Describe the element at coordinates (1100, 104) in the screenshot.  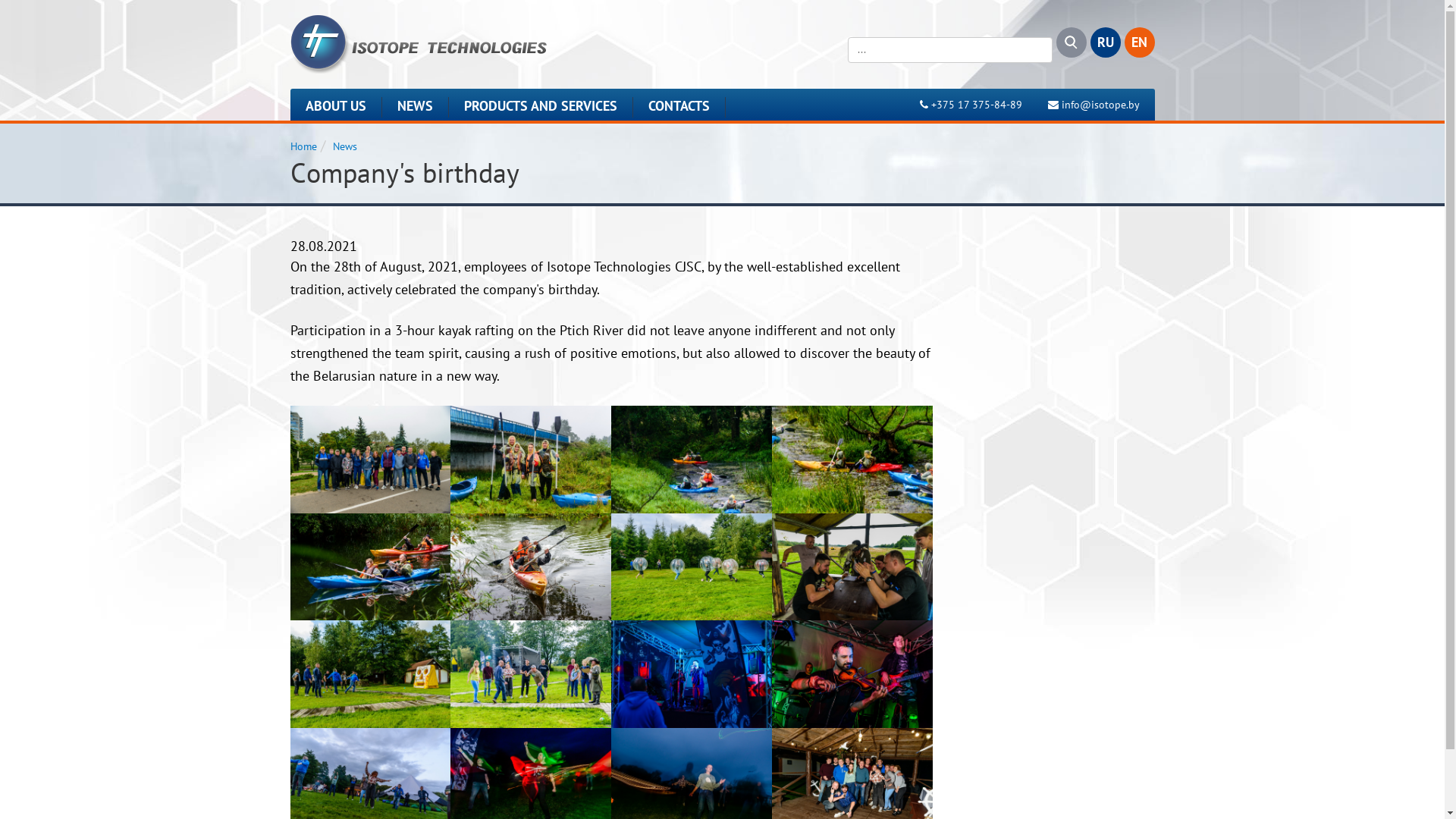
I see `'info@isotope.by'` at that location.